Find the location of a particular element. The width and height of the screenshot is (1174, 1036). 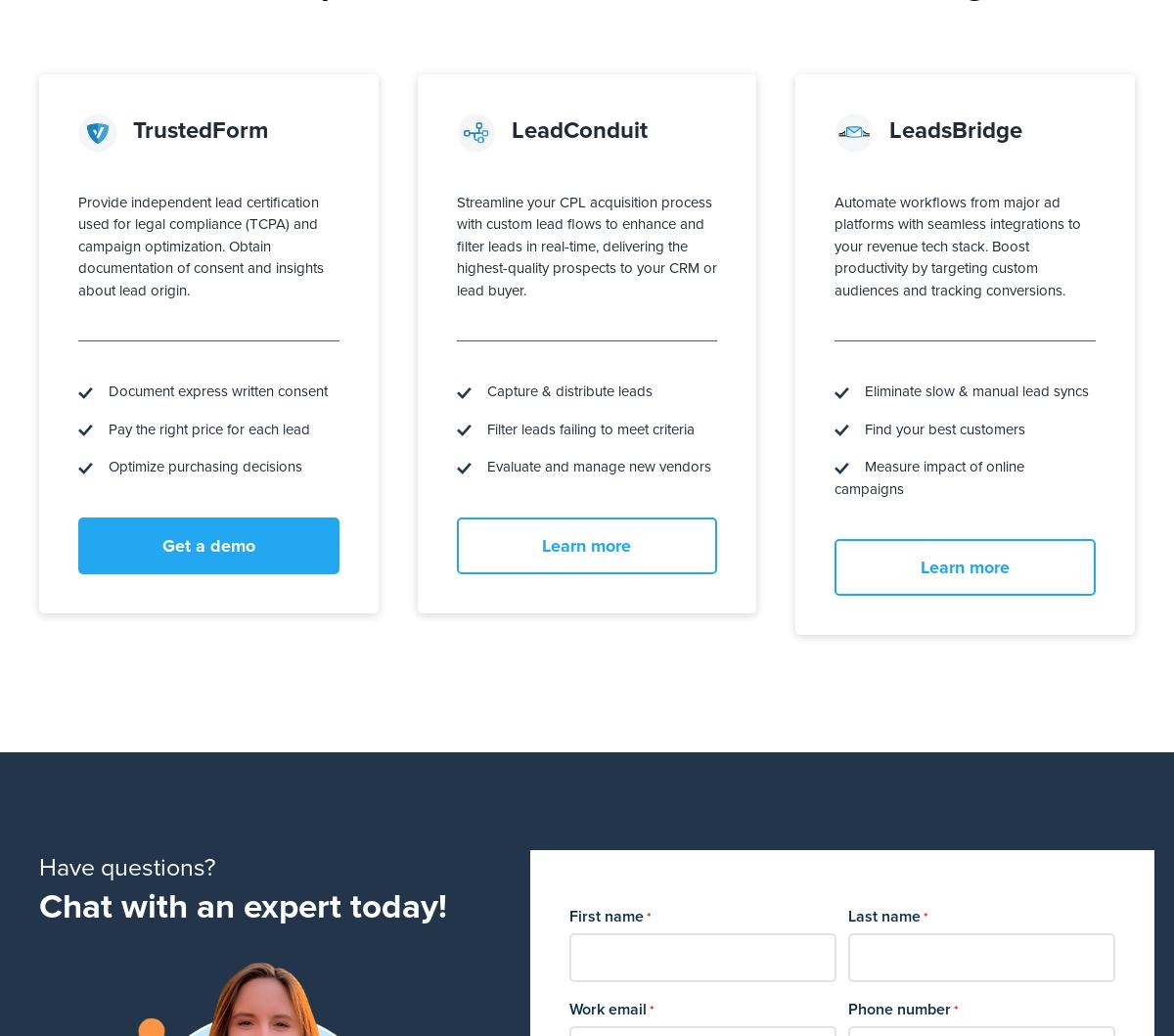

'Automate workflows from major ad platforms with seamless integrations to your revenue tech stack. Boost productivity by targeting custom audiences and tracking conversions.' is located at coordinates (957, 245).